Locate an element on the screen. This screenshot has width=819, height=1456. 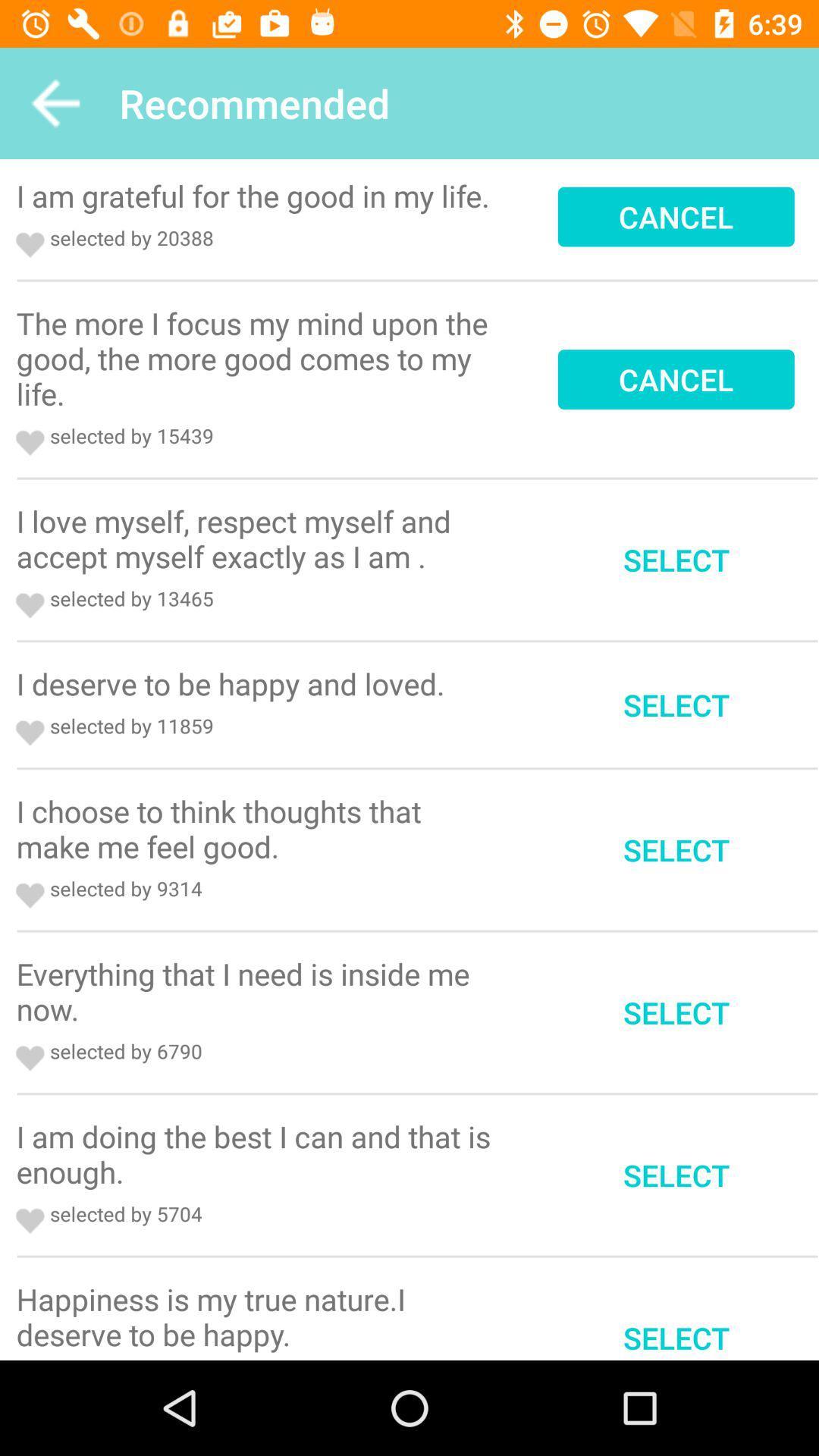
the icon next to select is located at coordinates (258, 538).